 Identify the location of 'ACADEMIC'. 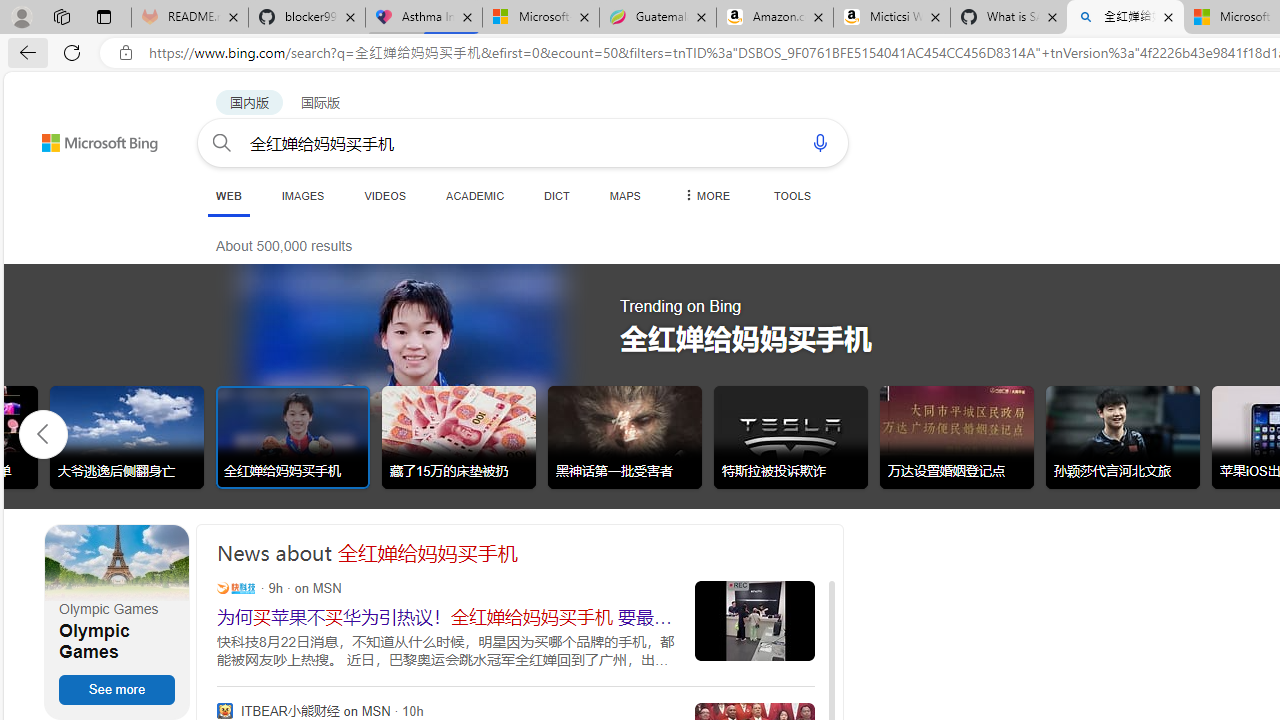
(474, 195).